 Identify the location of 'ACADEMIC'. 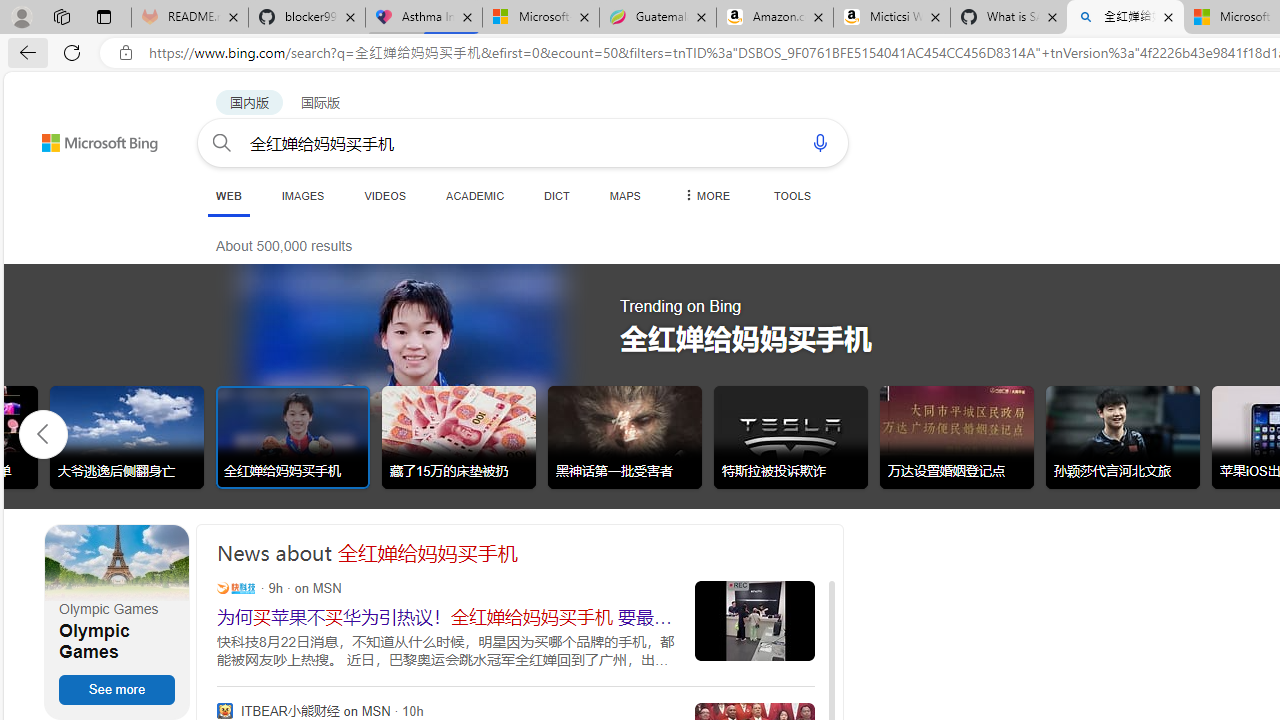
(474, 195).